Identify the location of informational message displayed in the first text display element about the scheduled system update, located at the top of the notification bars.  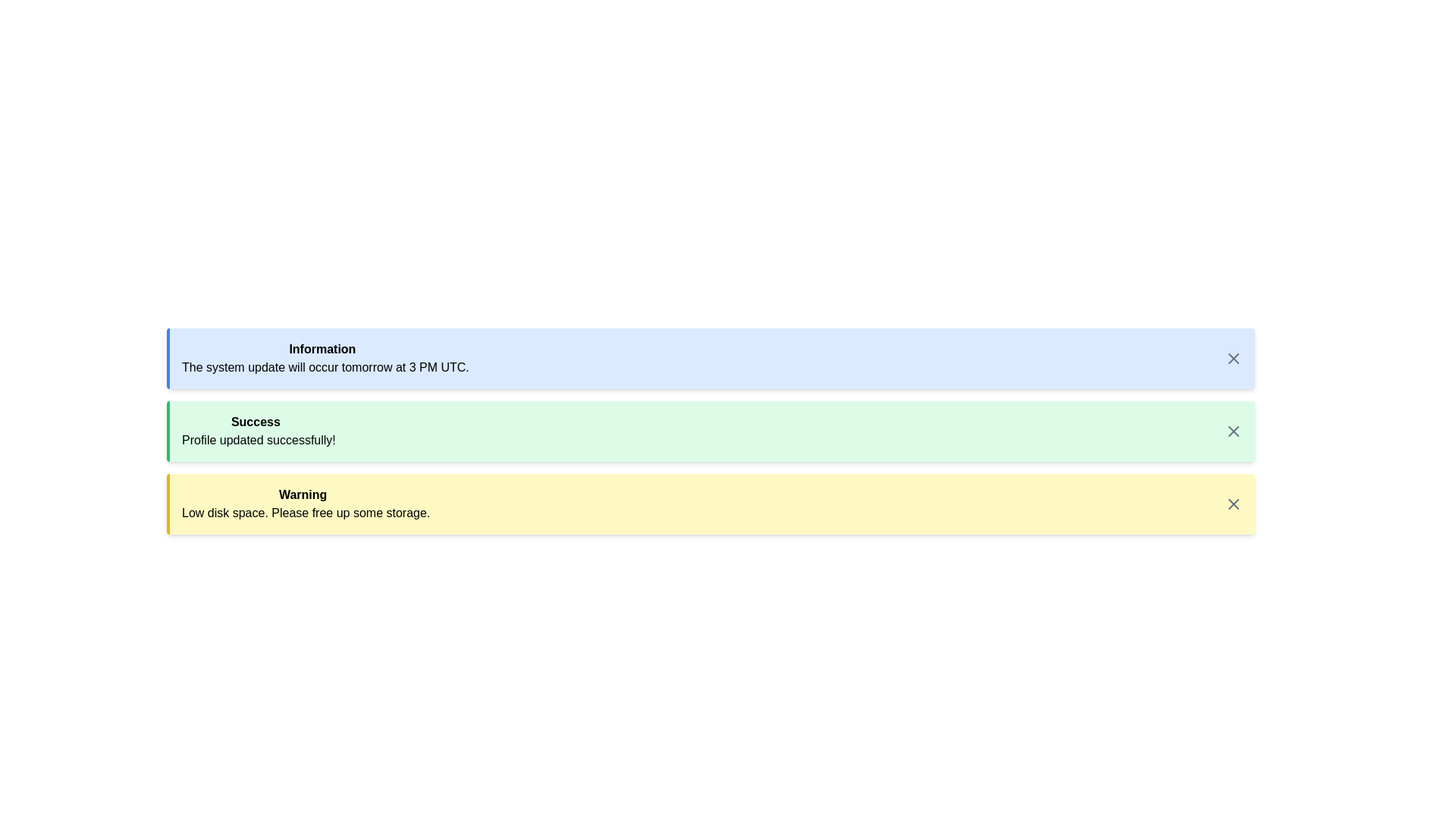
(325, 359).